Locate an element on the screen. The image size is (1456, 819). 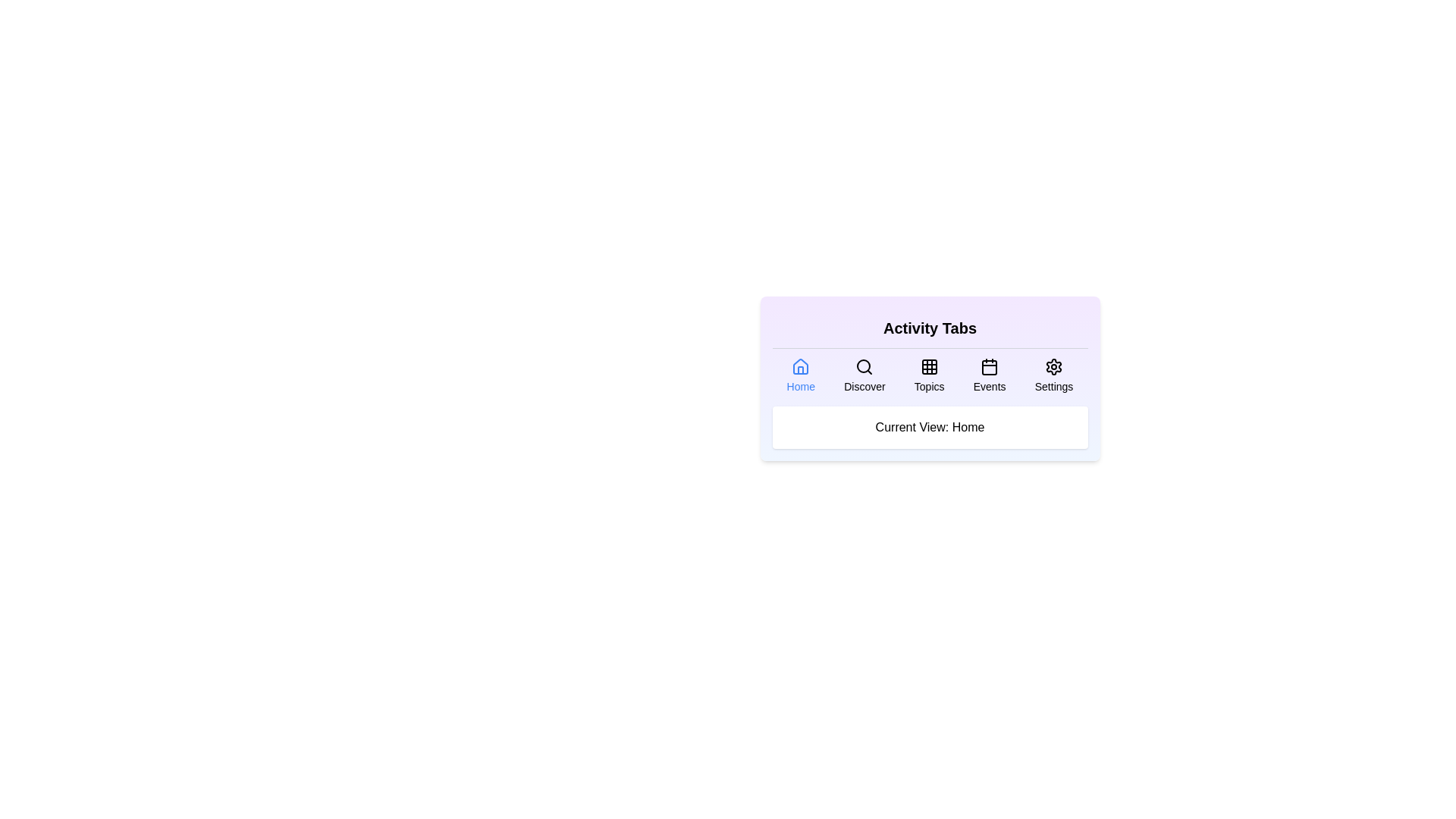
the Discover tab is located at coordinates (864, 375).